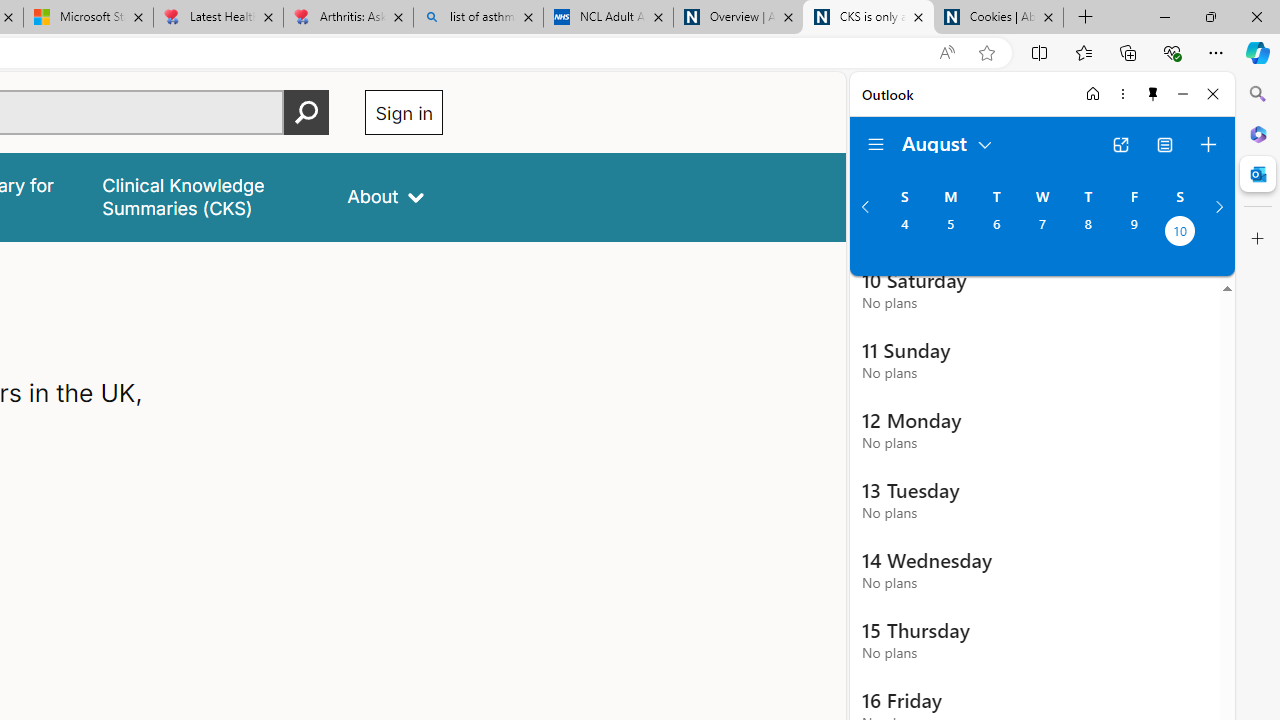  What do you see at coordinates (207, 197) in the screenshot?
I see `'false'` at bounding box center [207, 197].